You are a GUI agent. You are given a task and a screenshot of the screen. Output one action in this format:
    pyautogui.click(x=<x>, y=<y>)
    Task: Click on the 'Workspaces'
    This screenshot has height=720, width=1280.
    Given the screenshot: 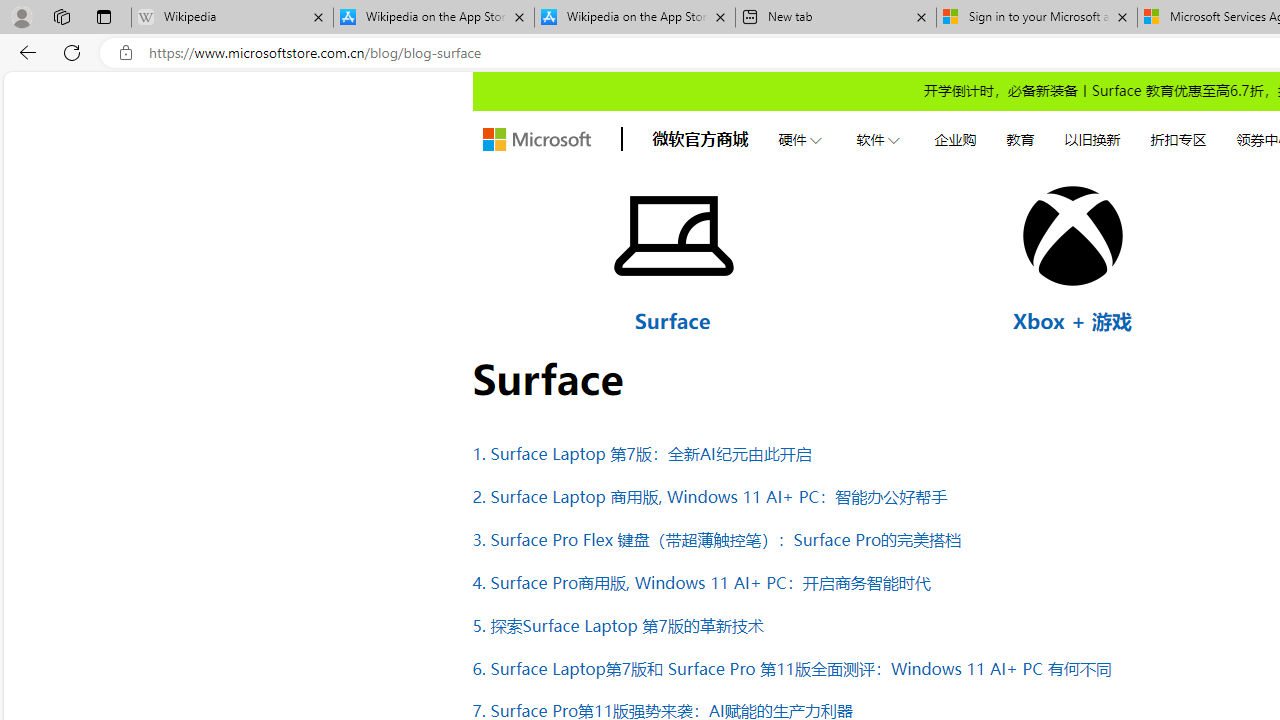 What is the action you would take?
    pyautogui.click(x=61, y=16)
    